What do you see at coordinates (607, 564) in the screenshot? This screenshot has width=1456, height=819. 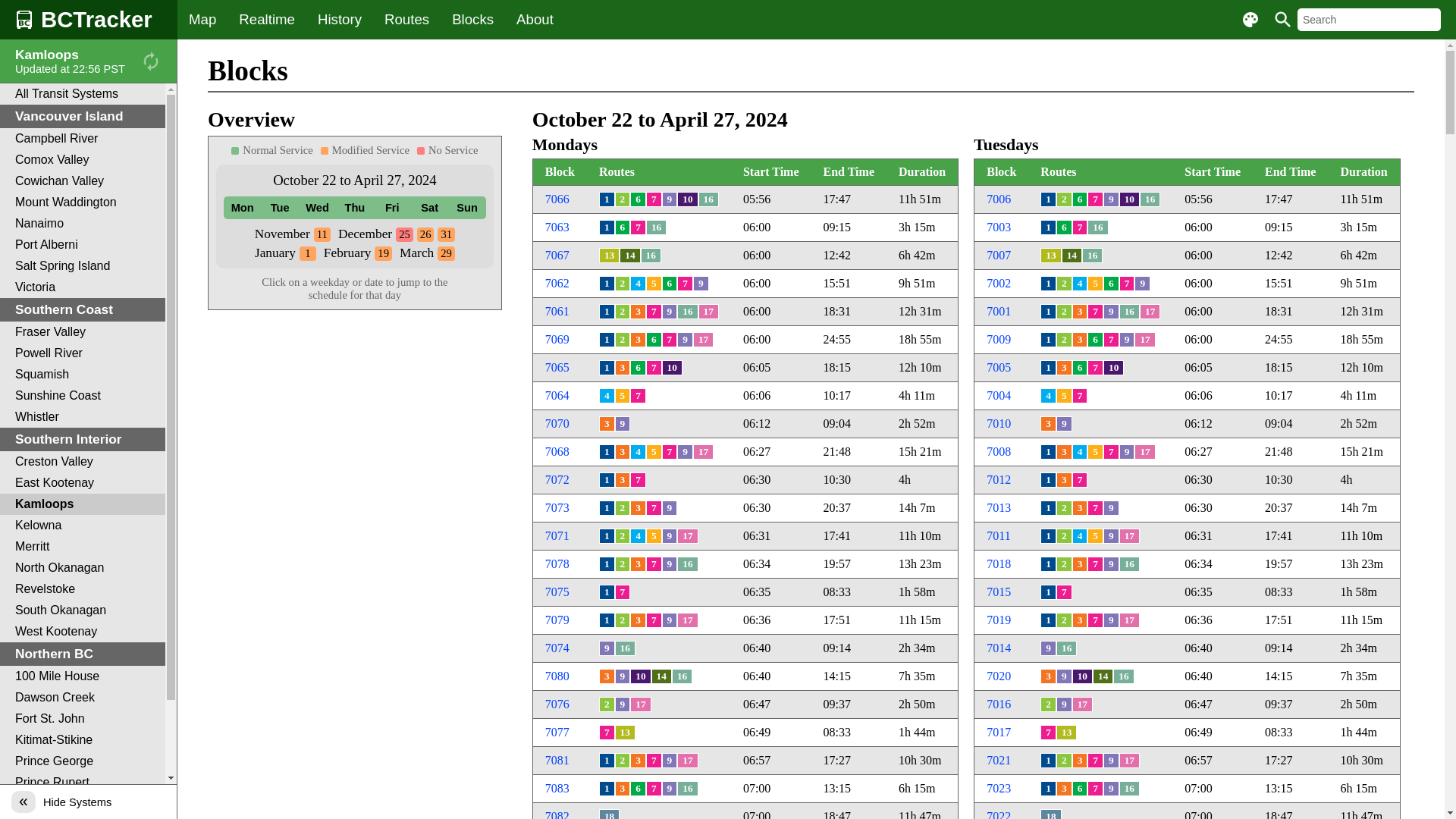 I see `'1'` at bounding box center [607, 564].